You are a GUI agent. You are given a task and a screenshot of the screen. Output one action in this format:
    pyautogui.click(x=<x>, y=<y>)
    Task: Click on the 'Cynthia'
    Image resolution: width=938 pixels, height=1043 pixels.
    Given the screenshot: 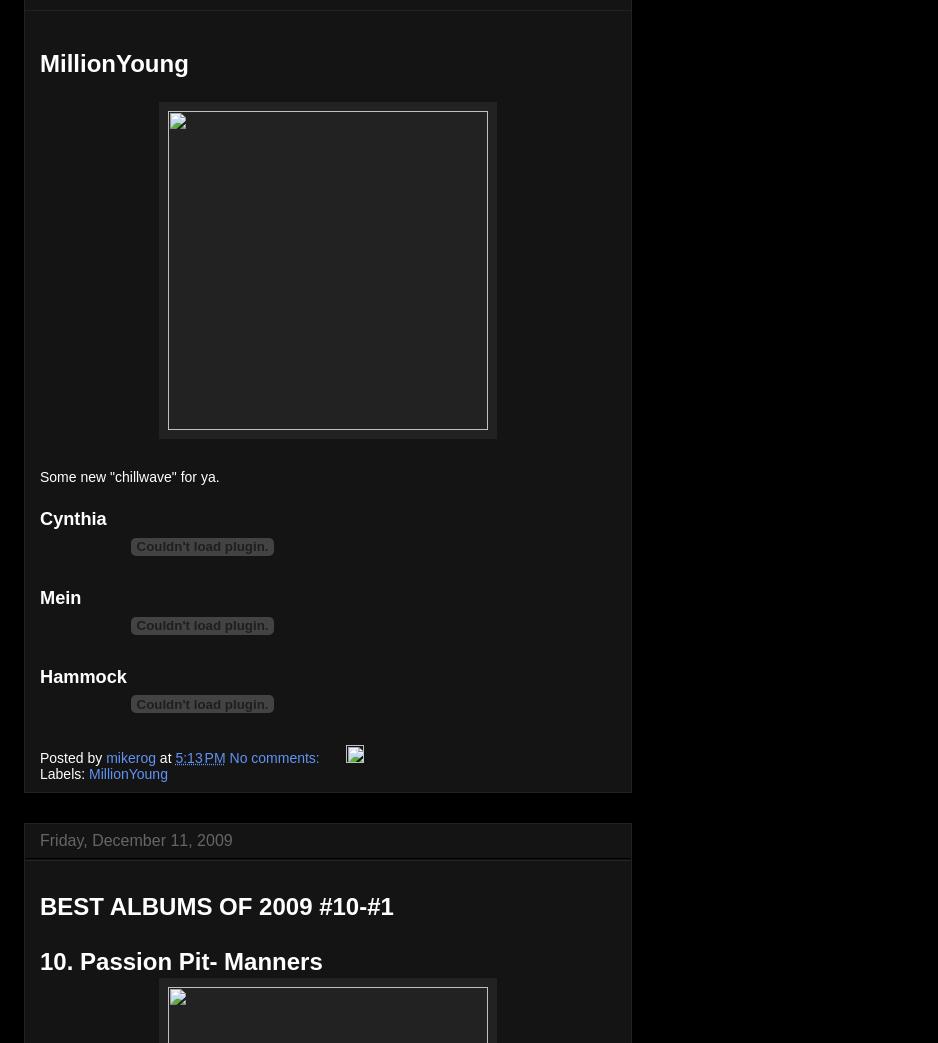 What is the action you would take?
    pyautogui.click(x=38, y=517)
    